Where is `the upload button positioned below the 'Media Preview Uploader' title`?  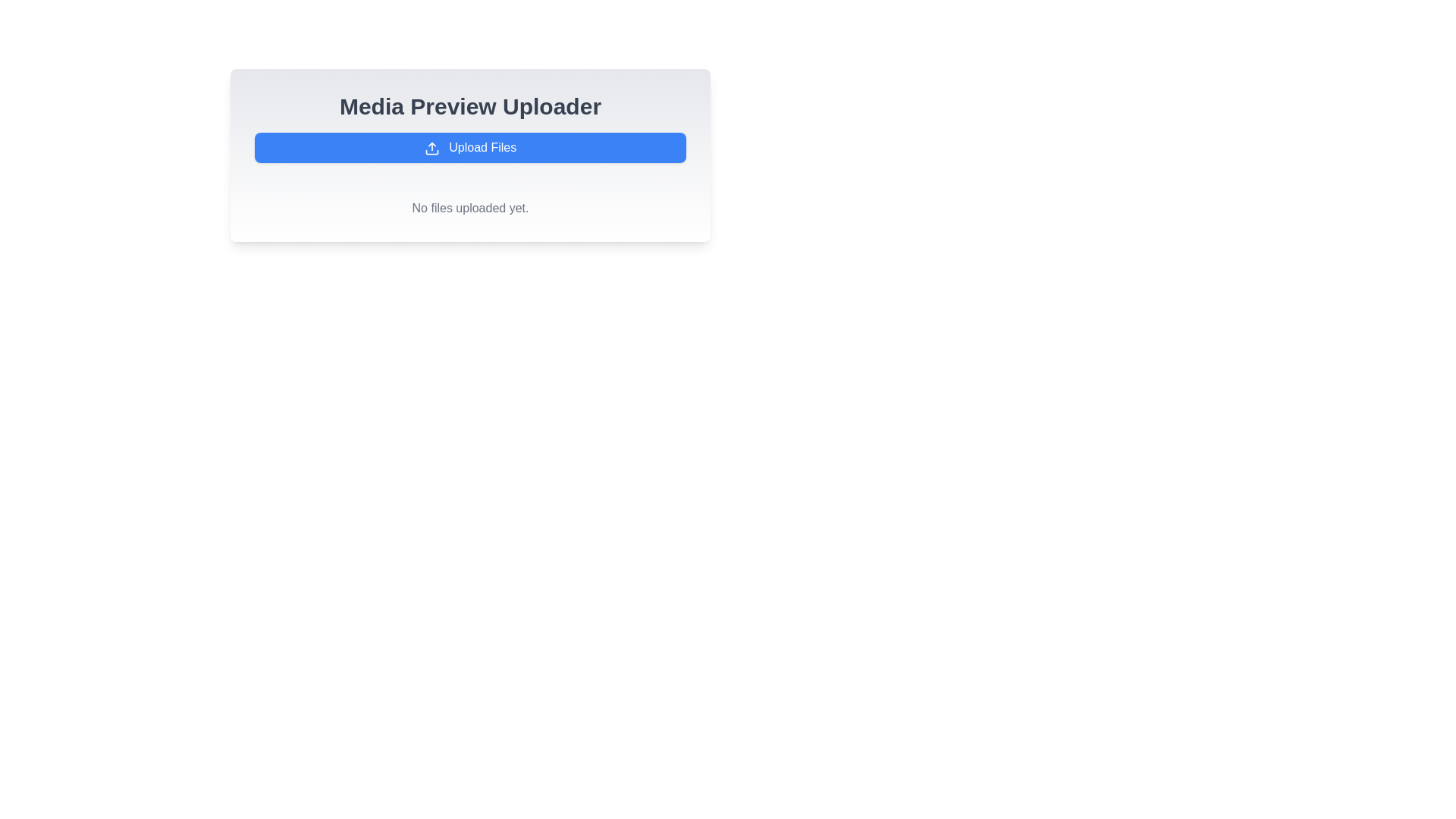 the upload button positioned below the 'Media Preview Uploader' title is located at coordinates (469, 148).